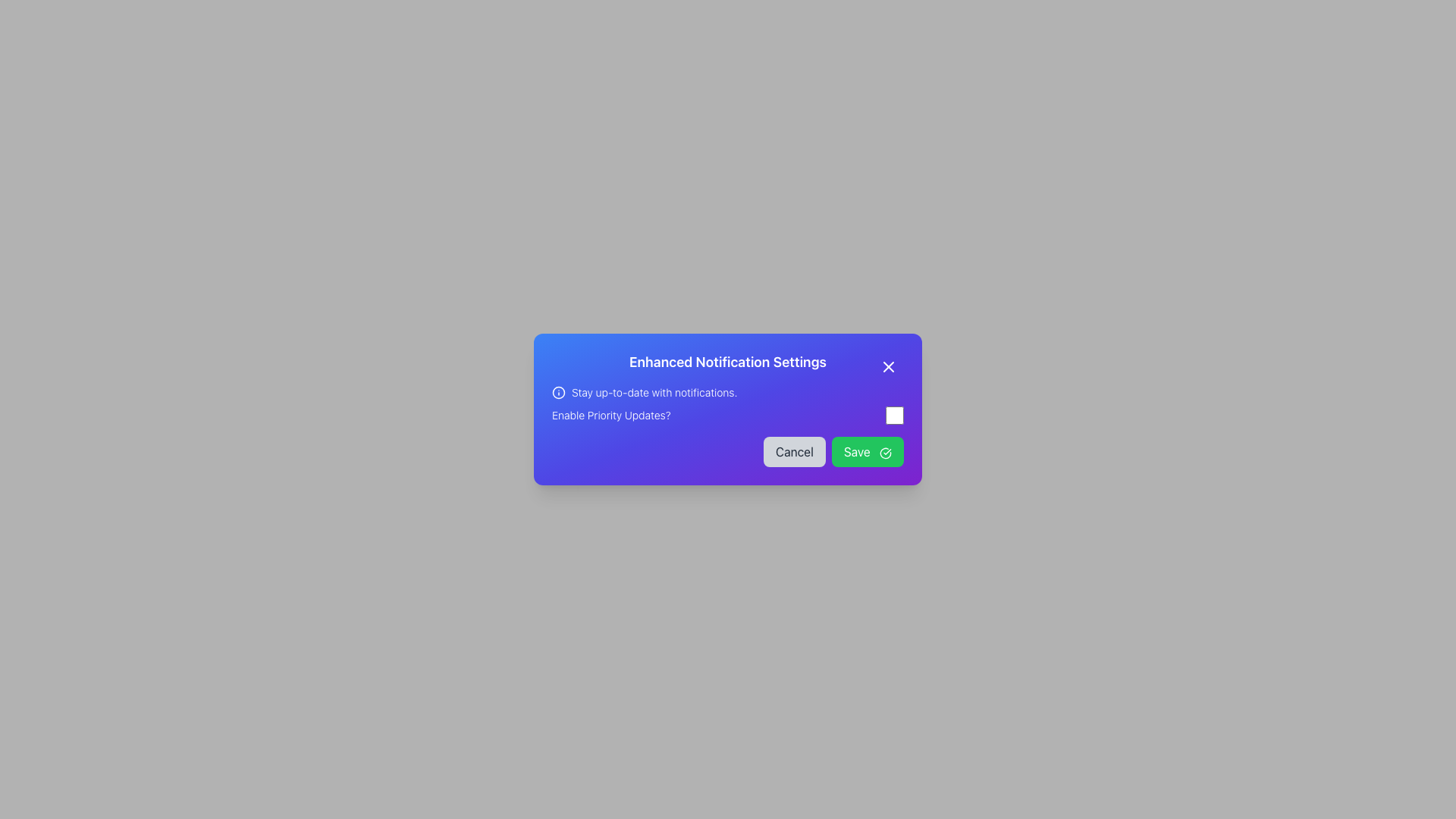 This screenshot has height=819, width=1456. I want to click on the informational text block with an associated checkbox in the 'Enhanced Notification Settings' modal window, so click(728, 403).